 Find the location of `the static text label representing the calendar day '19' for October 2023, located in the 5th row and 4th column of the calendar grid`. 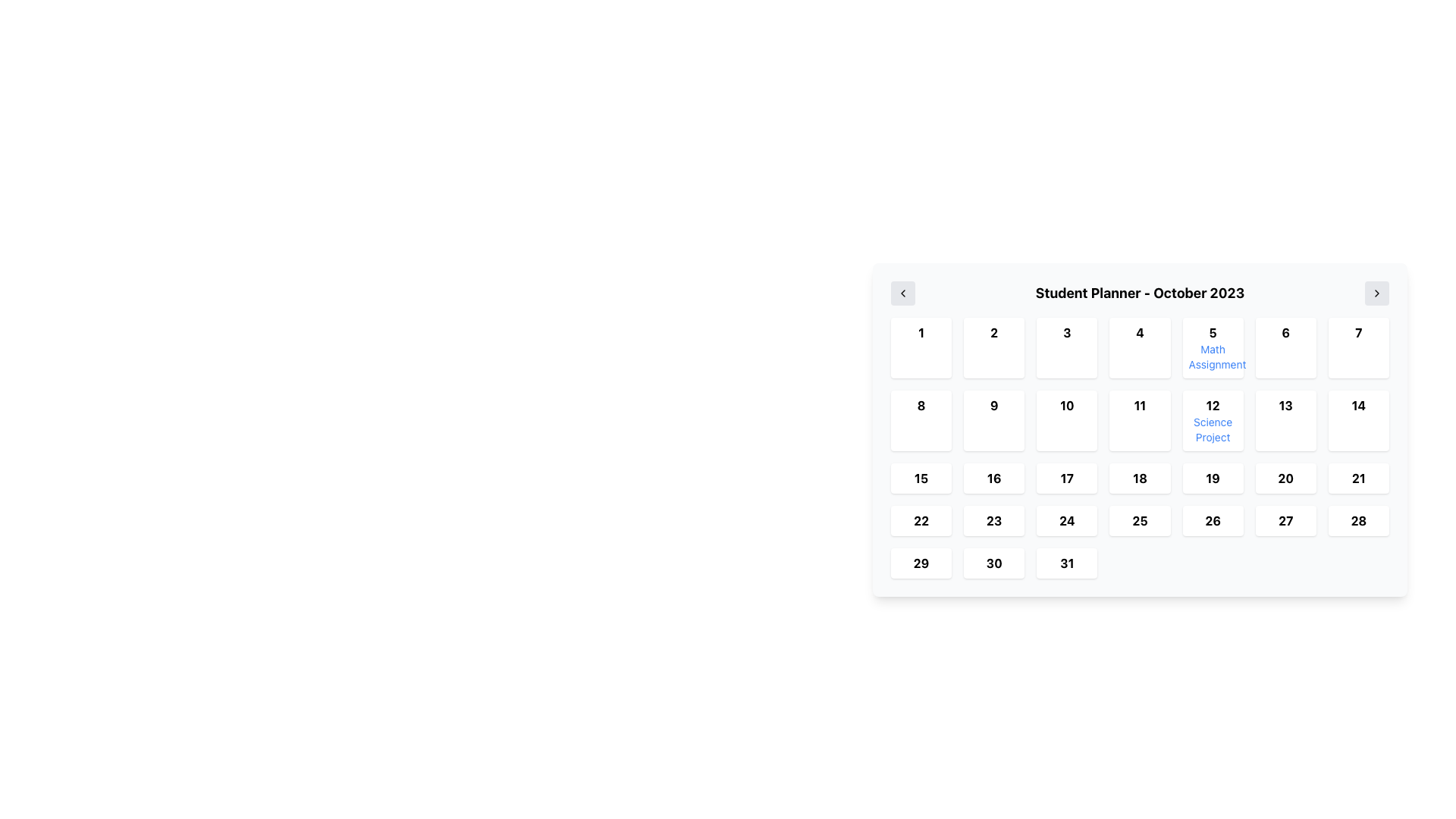

the static text label representing the calendar day '19' for October 2023, located in the 5th row and 4th column of the calendar grid is located at coordinates (1212, 479).